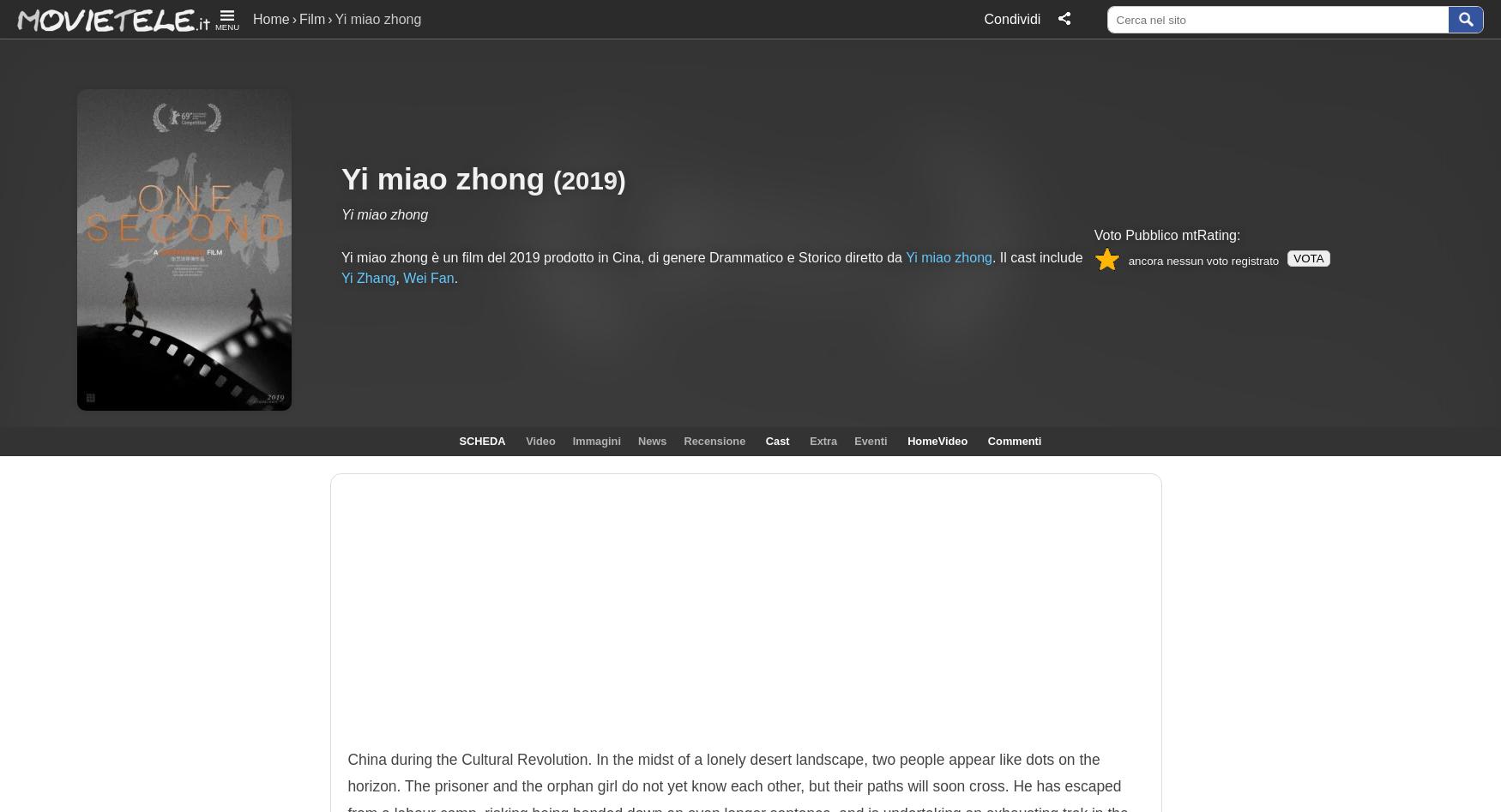 The height and width of the screenshot is (812, 1501). What do you see at coordinates (428, 276) in the screenshot?
I see `'Wei Fan'` at bounding box center [428, 276].